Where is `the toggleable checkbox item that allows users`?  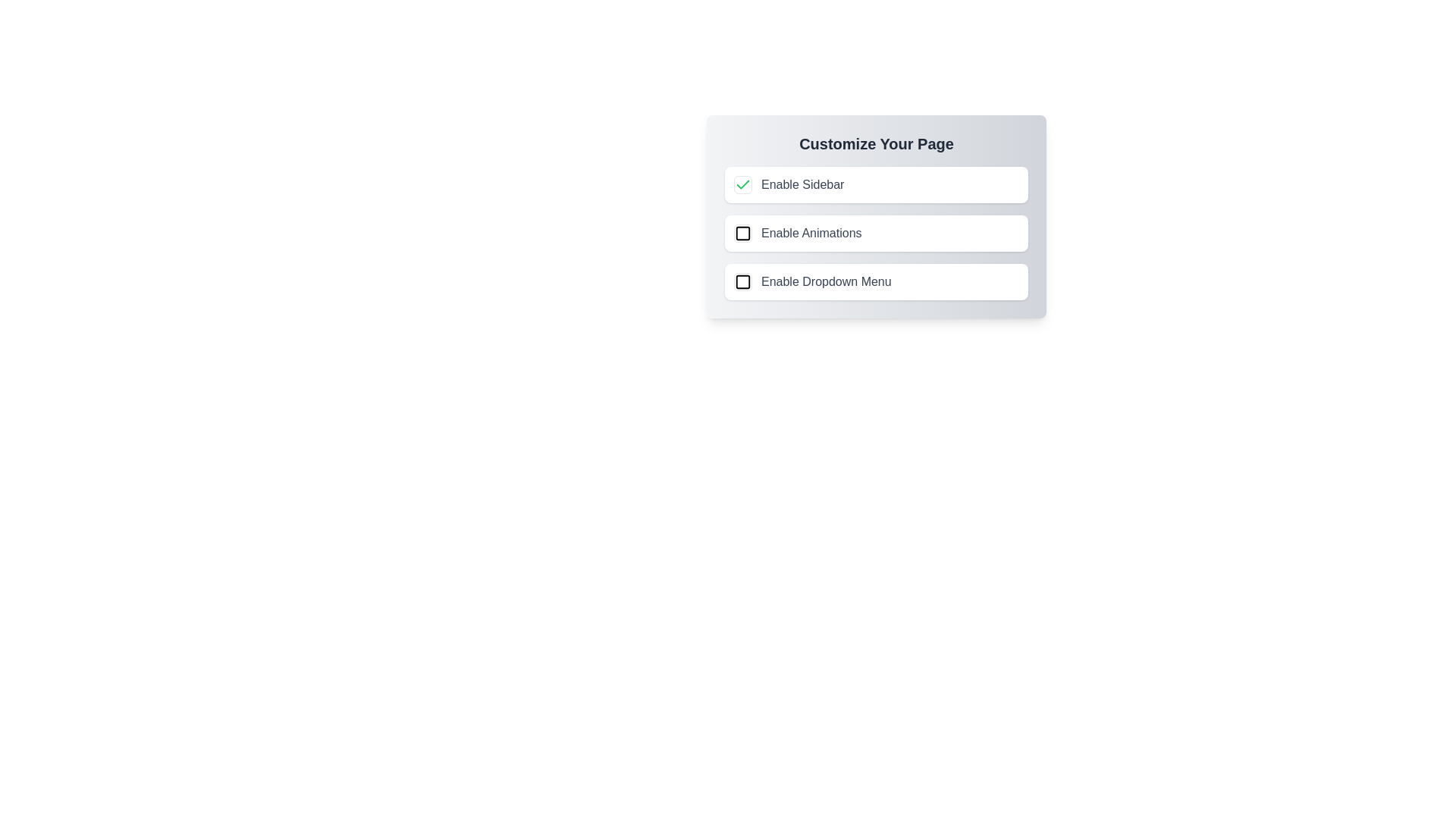
the toggleable checkbox item that allows users is located at coordinates (877, 216).